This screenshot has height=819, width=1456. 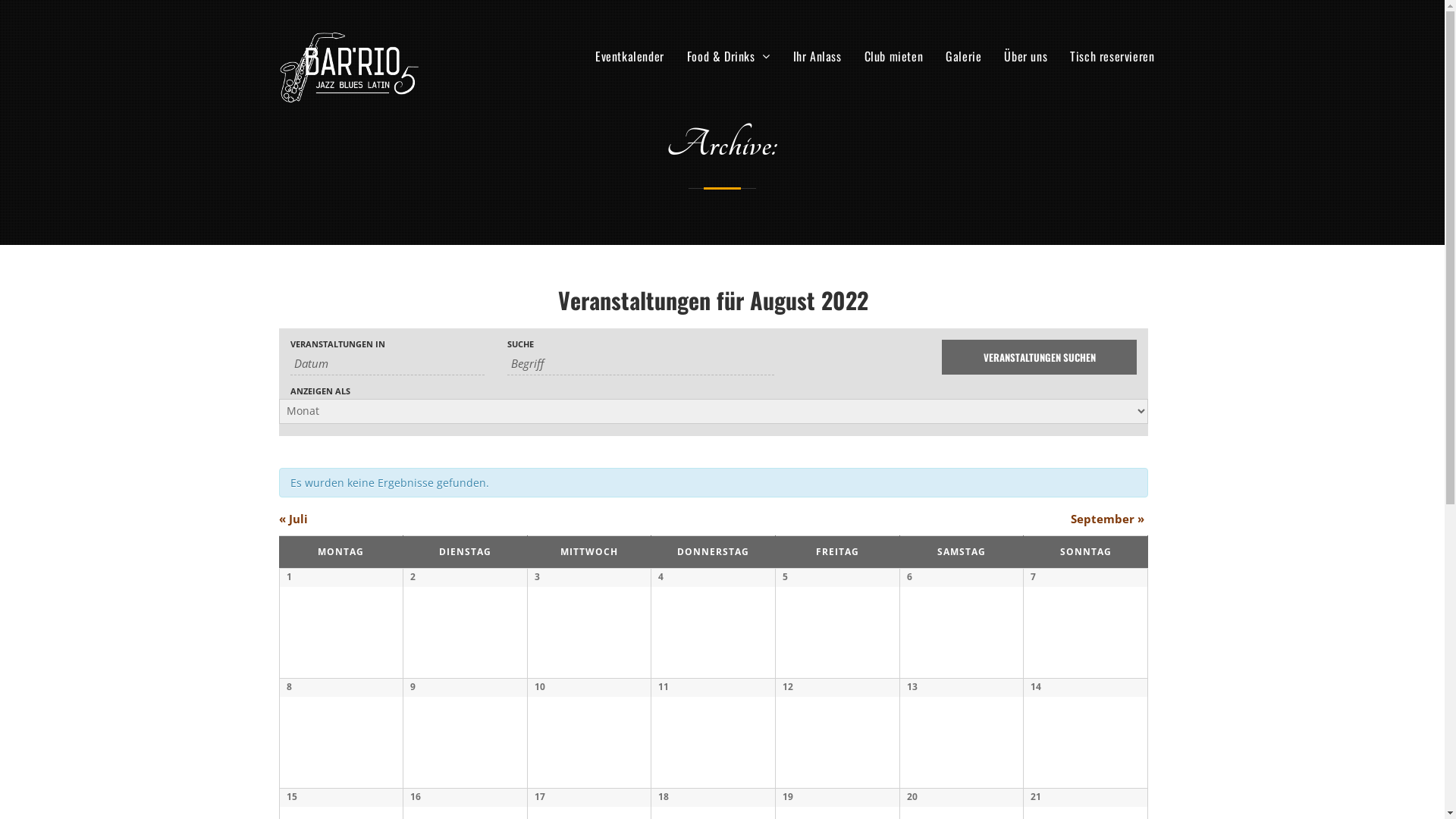 What do you see at coordinates (894, 55) in the screenshot?
I see `'Club mieten'` at bounding box center [894, 55].